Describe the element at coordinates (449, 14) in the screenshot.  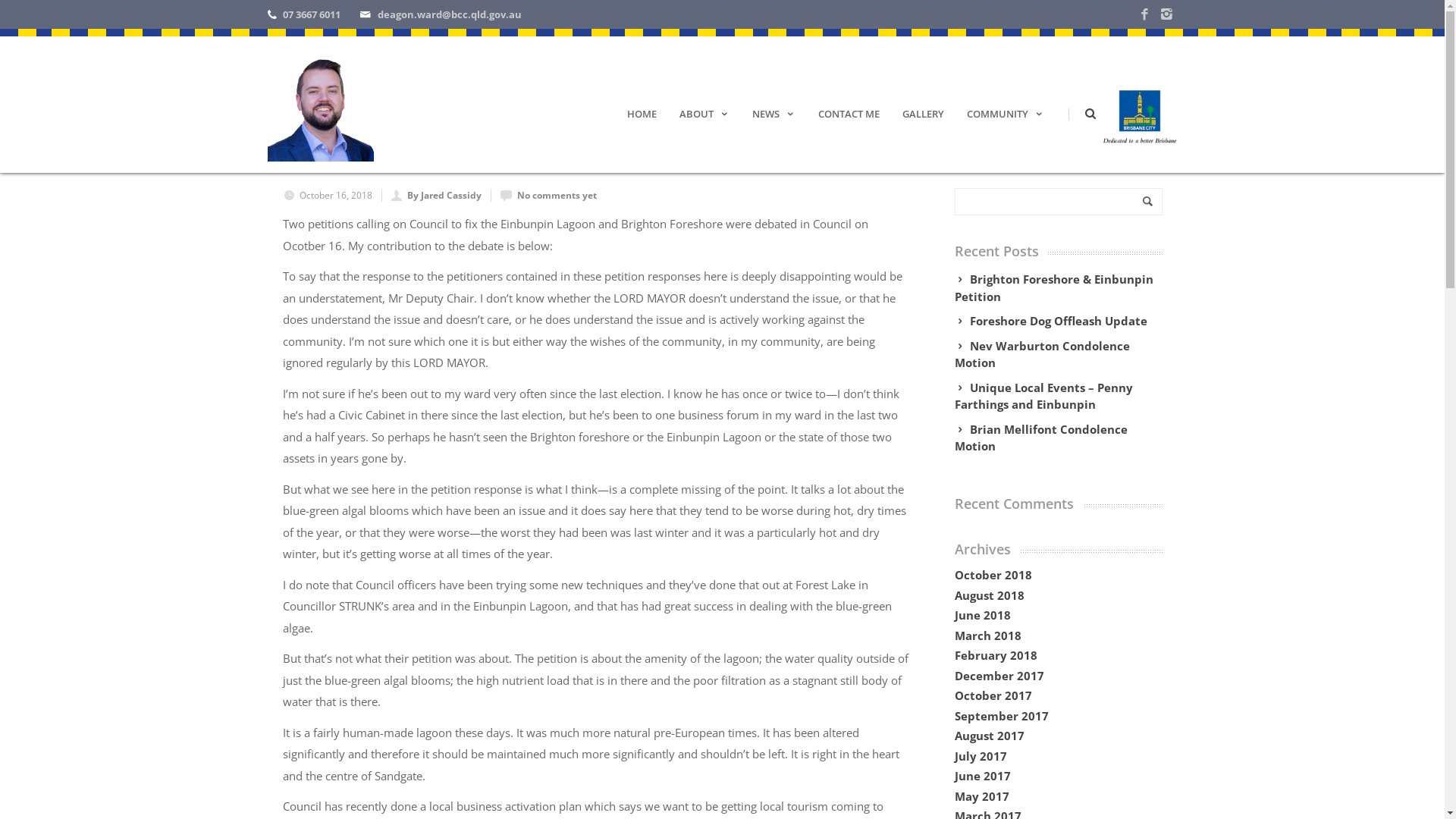
I see `'deagon.ward@bcc.qld.gov.au'` at that location.